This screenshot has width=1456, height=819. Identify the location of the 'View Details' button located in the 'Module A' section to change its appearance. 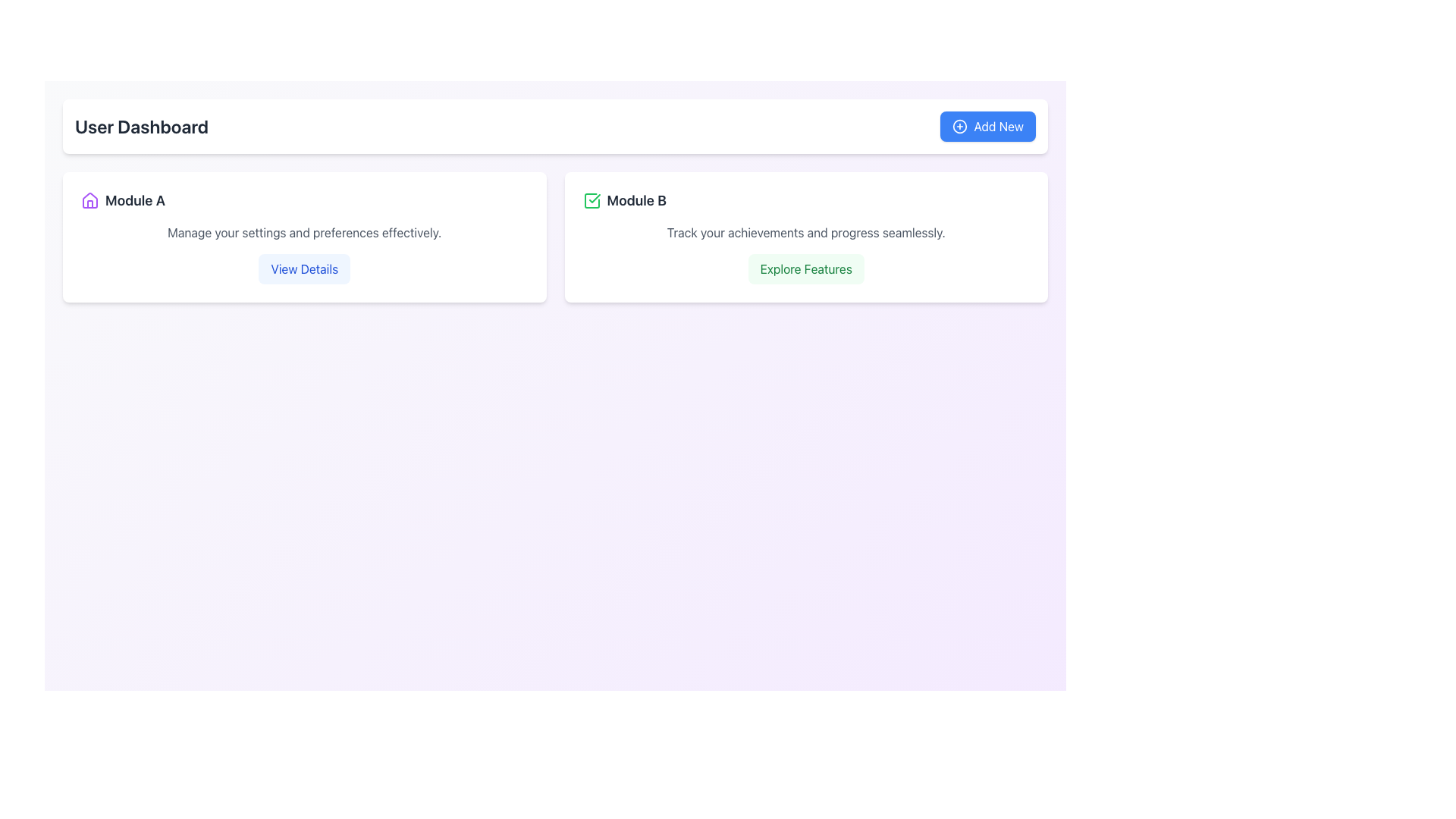
(303, 268).